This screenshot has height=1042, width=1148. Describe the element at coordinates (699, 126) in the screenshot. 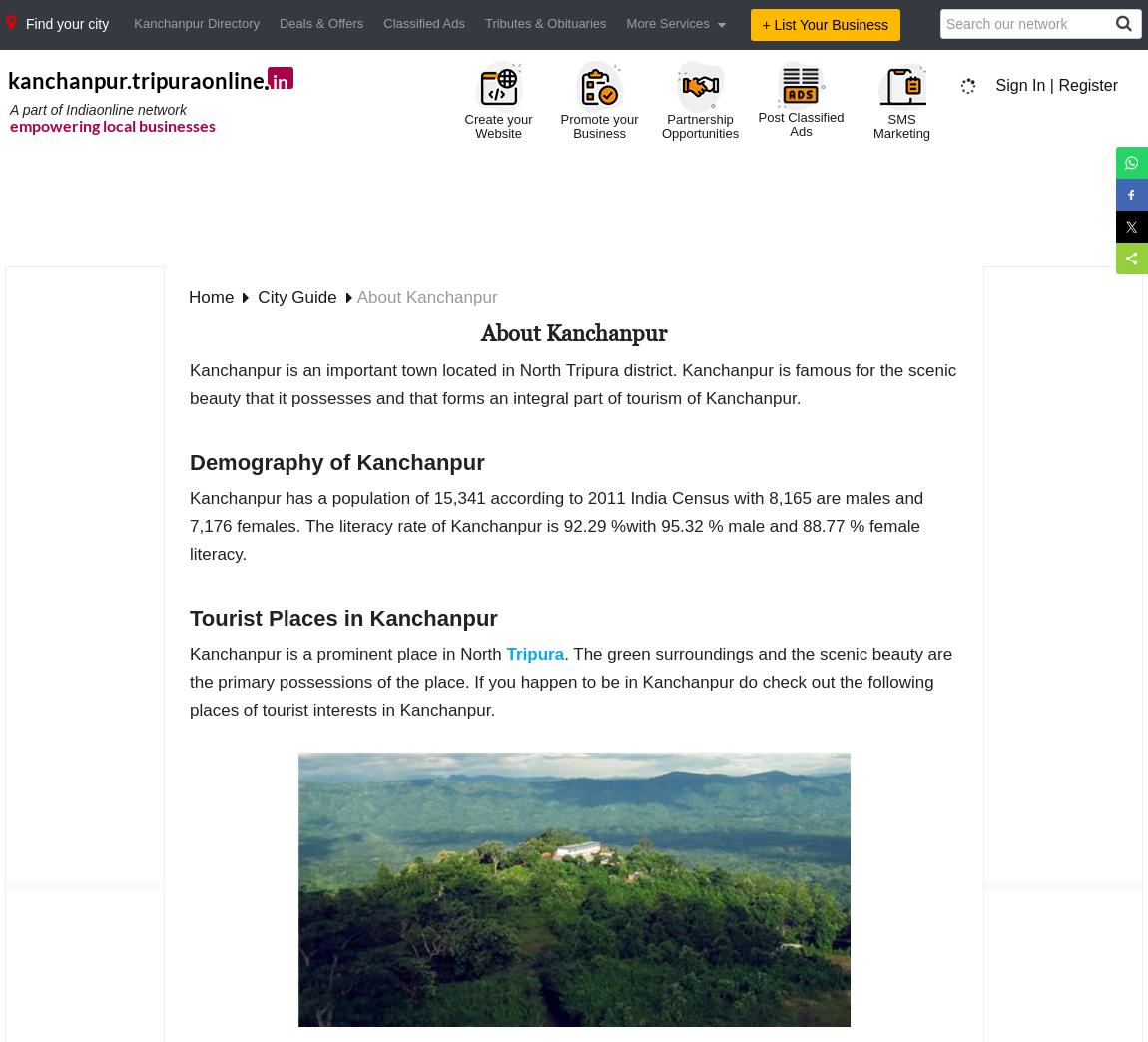

I see `'Partnership Opportunities'` at that location.